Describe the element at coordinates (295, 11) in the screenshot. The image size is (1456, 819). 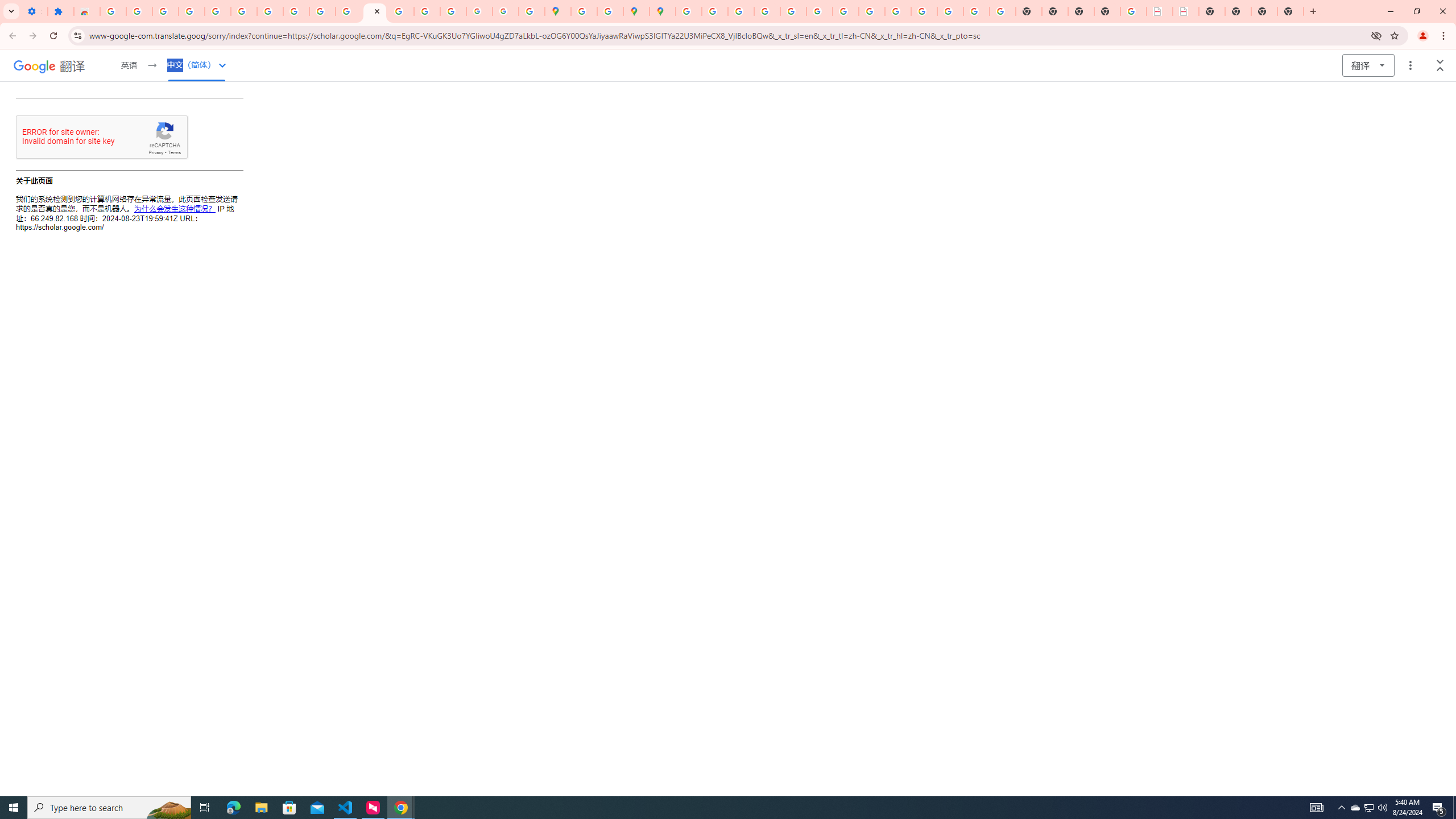
I see `'Google Account'` at that location.